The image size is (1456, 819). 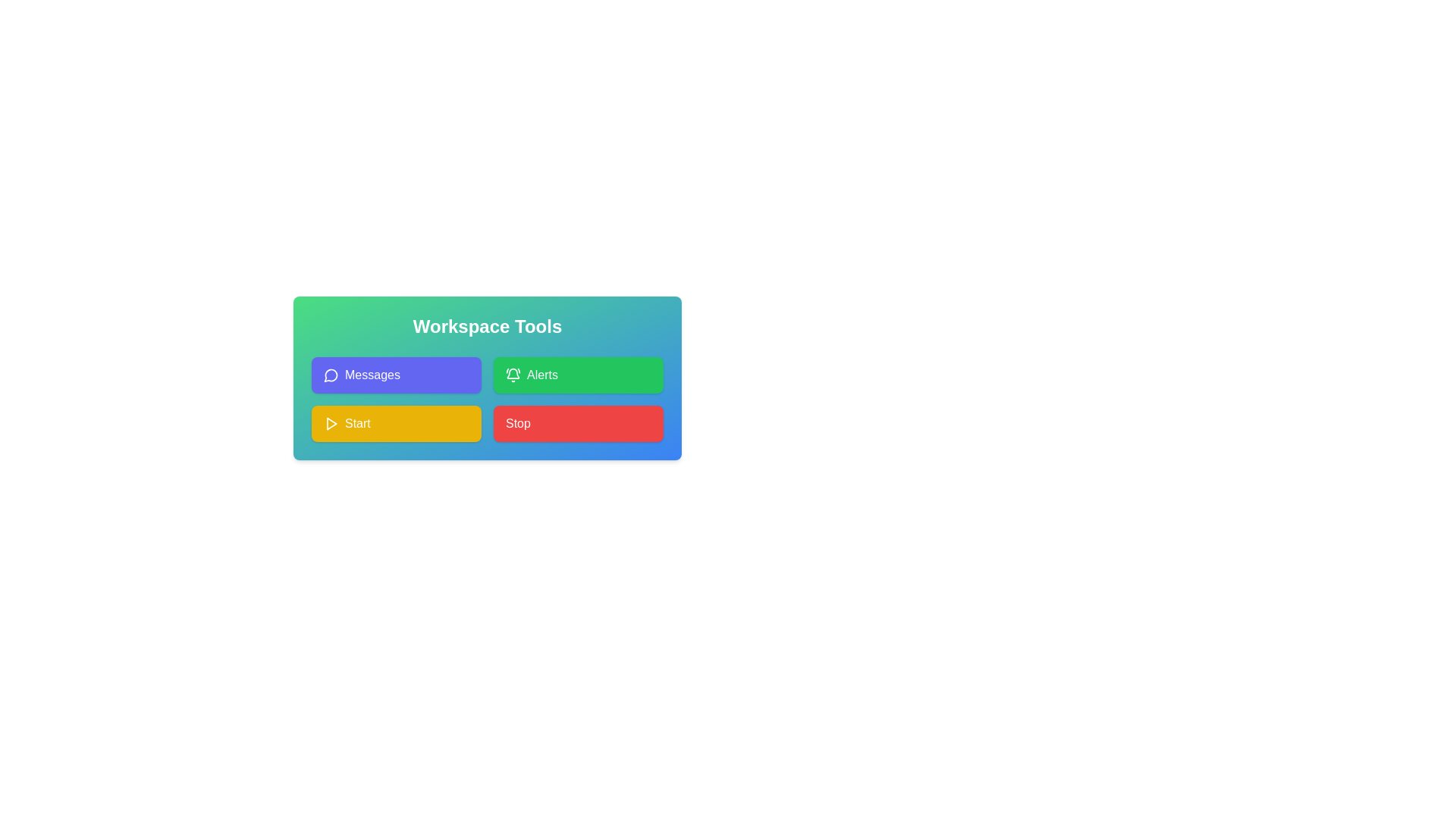 What do you see at coordinates (513, 375) in the screenshot?
I see `the bell icon, which is centrally located within the green button labeled 'Alerts'` at bounding box center [513, 375].